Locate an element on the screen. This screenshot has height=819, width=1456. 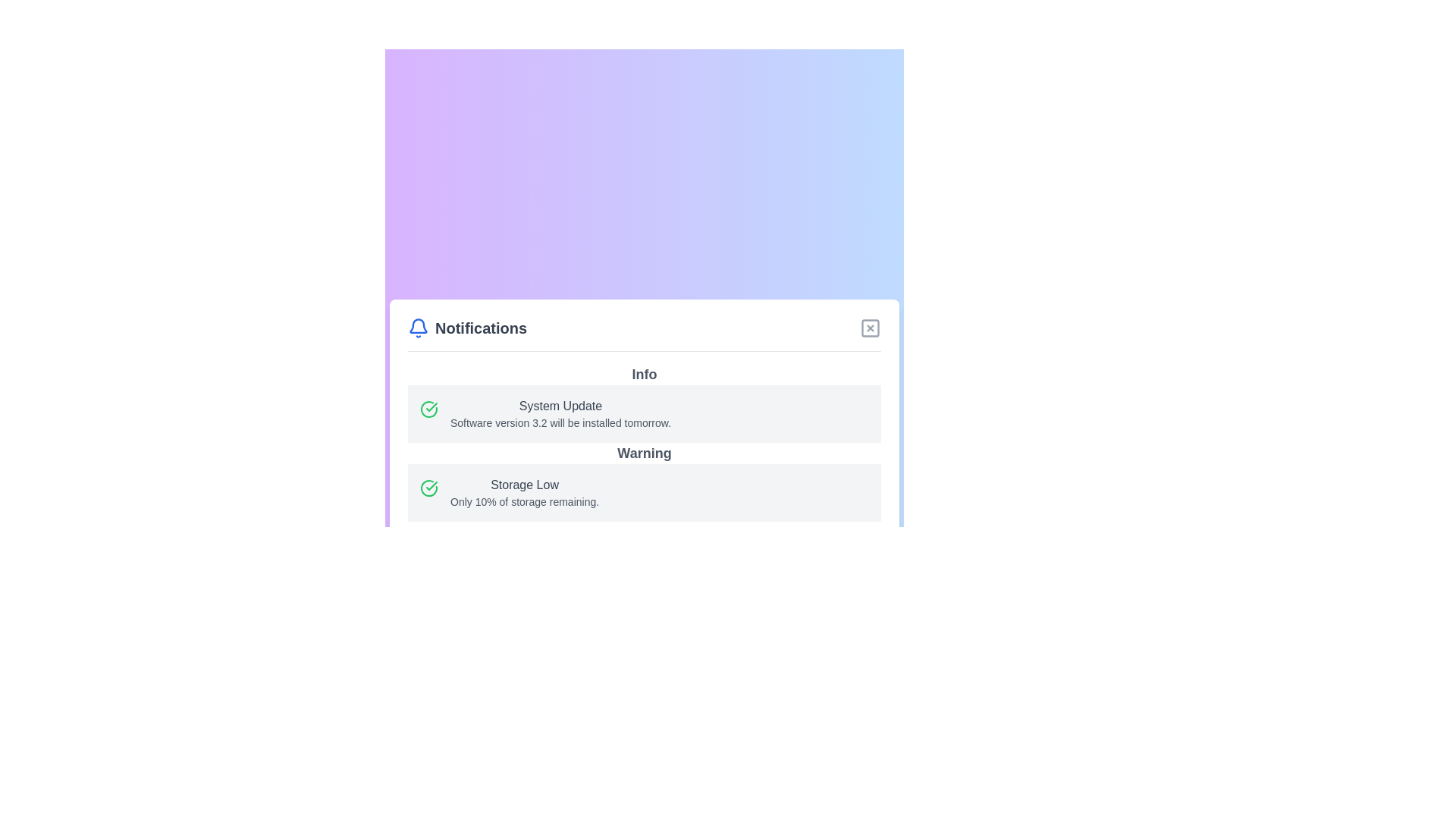
displayed information from the text label that states 'Only 10% of storage remaining.' which is located under the bold heading 'Storage Low.' in the notification panel of the 'Warning' section is located at coordinates (524, 501).